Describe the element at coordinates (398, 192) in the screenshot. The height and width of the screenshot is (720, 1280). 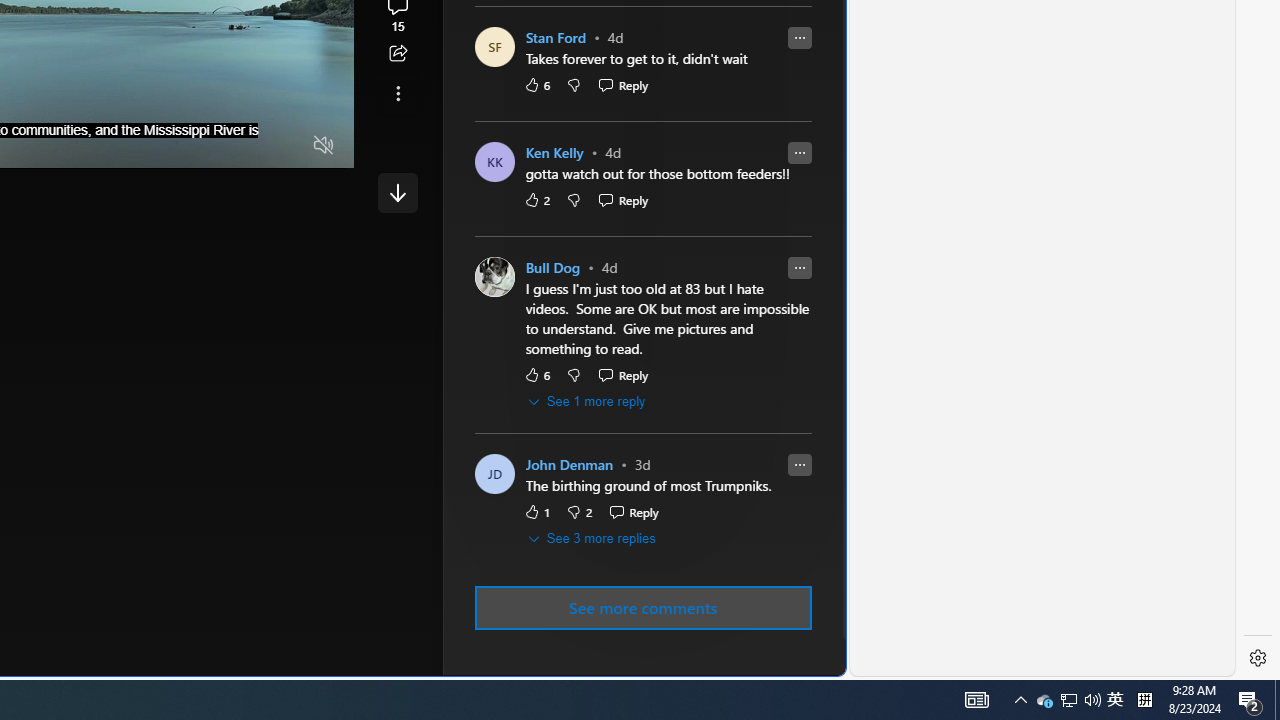
I see `'Class: control'` at that location.